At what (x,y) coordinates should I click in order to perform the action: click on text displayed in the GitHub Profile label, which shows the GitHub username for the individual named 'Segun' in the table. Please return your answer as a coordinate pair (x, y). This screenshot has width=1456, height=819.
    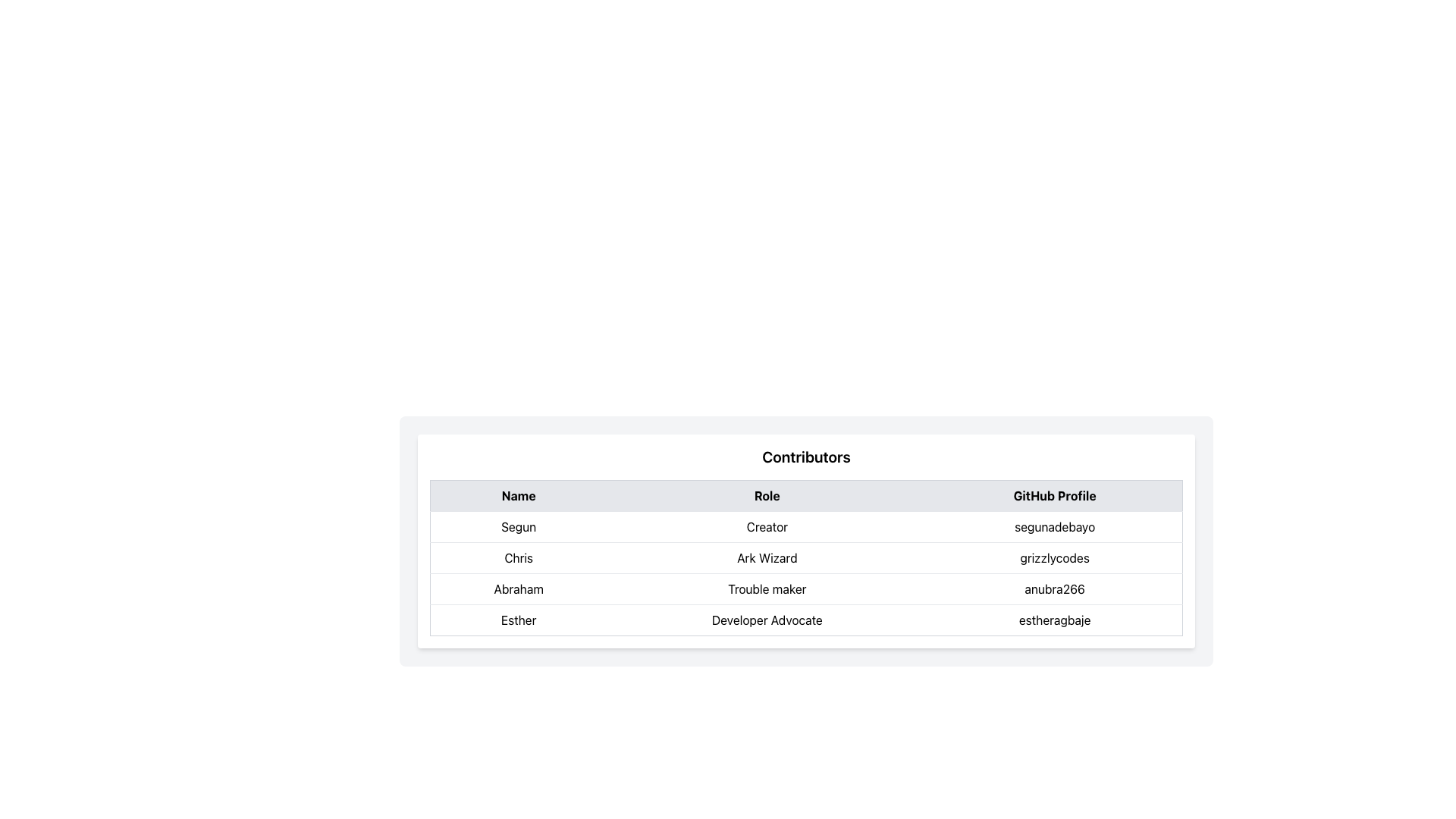
    Looking at the image, I should click on (1054, 526).